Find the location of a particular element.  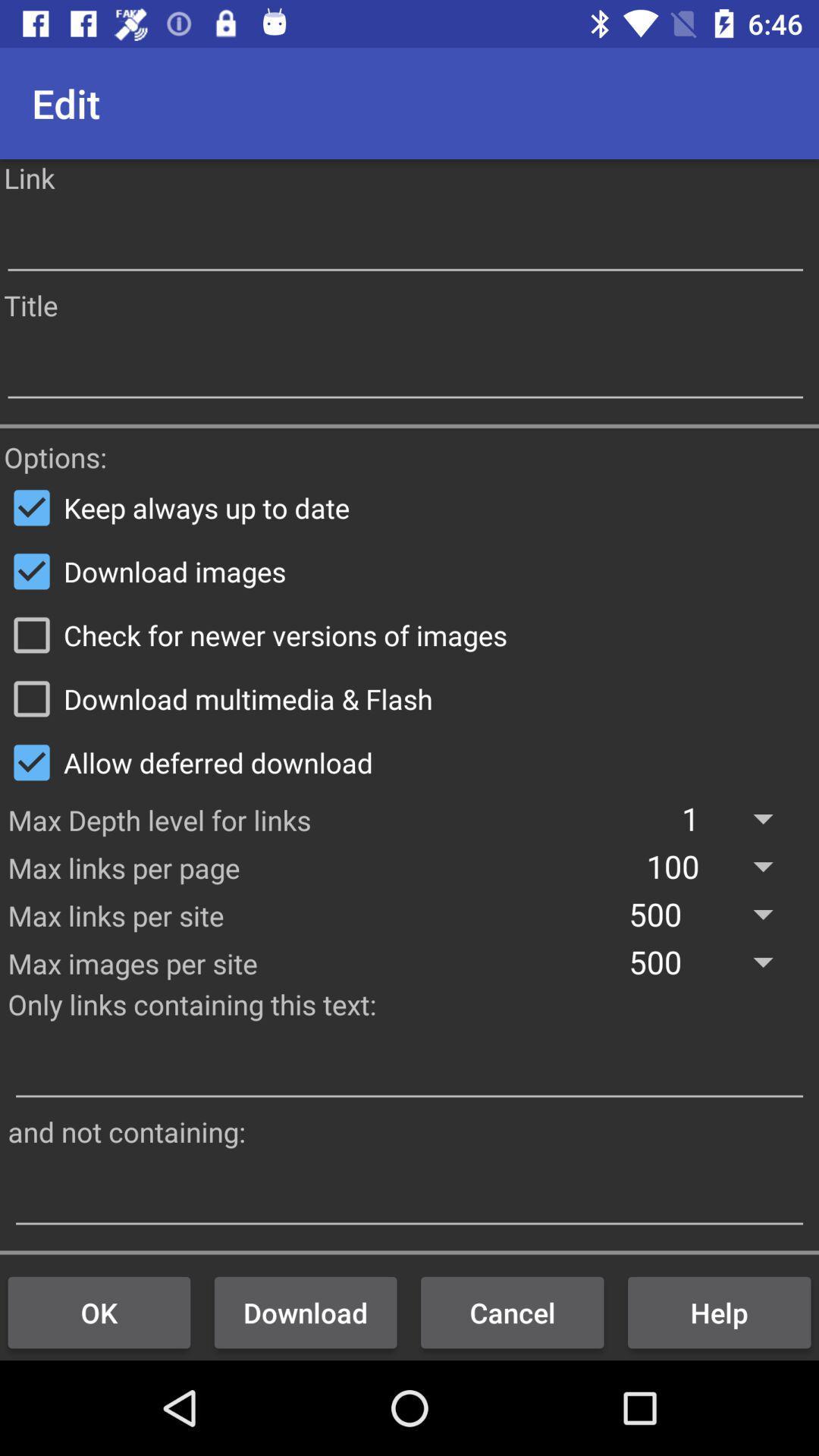

help button is located at coordinates (718, 1312).